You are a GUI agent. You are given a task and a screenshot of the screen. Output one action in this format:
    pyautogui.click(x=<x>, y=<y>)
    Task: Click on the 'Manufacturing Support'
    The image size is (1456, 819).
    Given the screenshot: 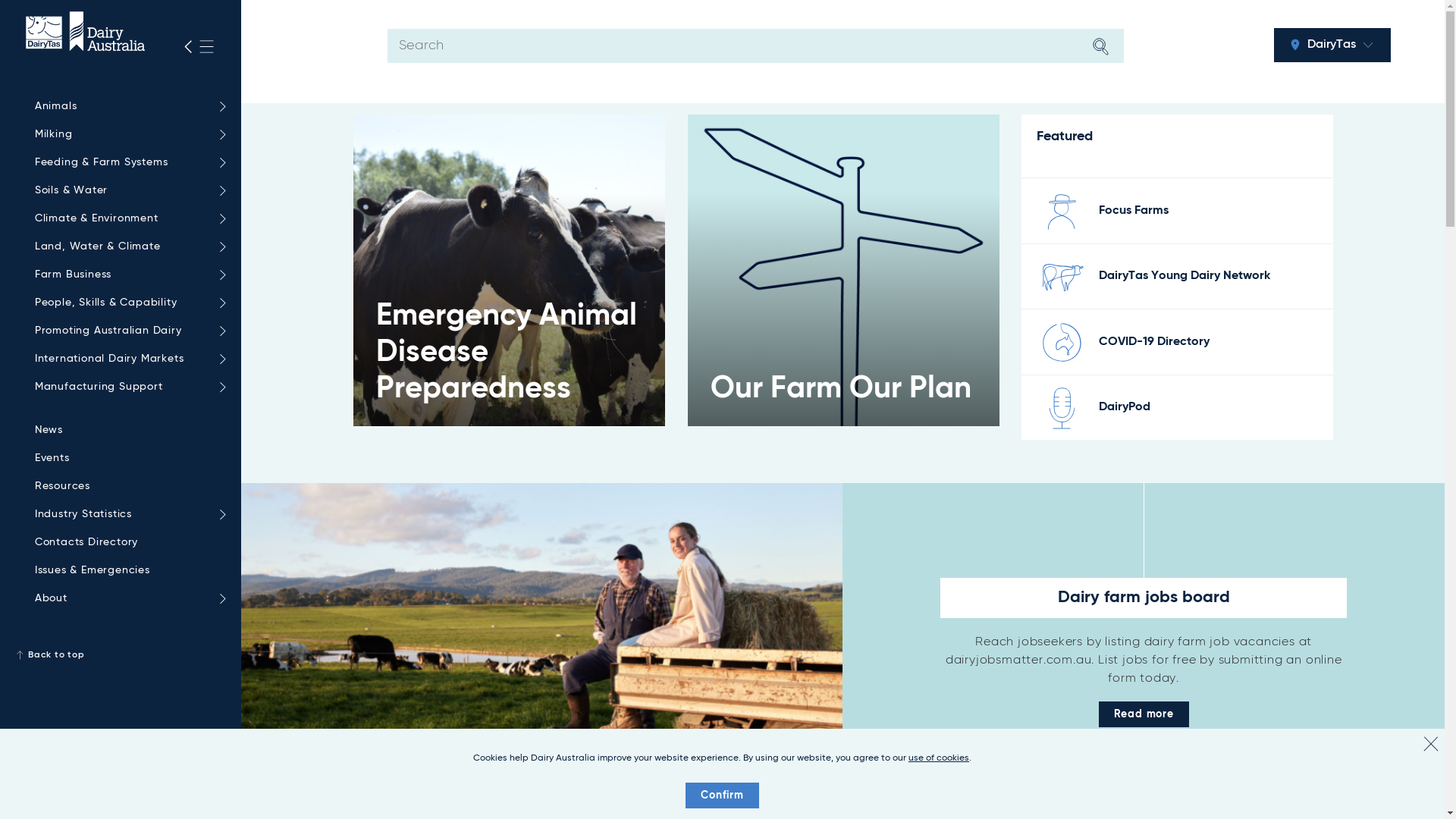 What is the action you would take?
    pyautogui.click(x=127, y=386)
    